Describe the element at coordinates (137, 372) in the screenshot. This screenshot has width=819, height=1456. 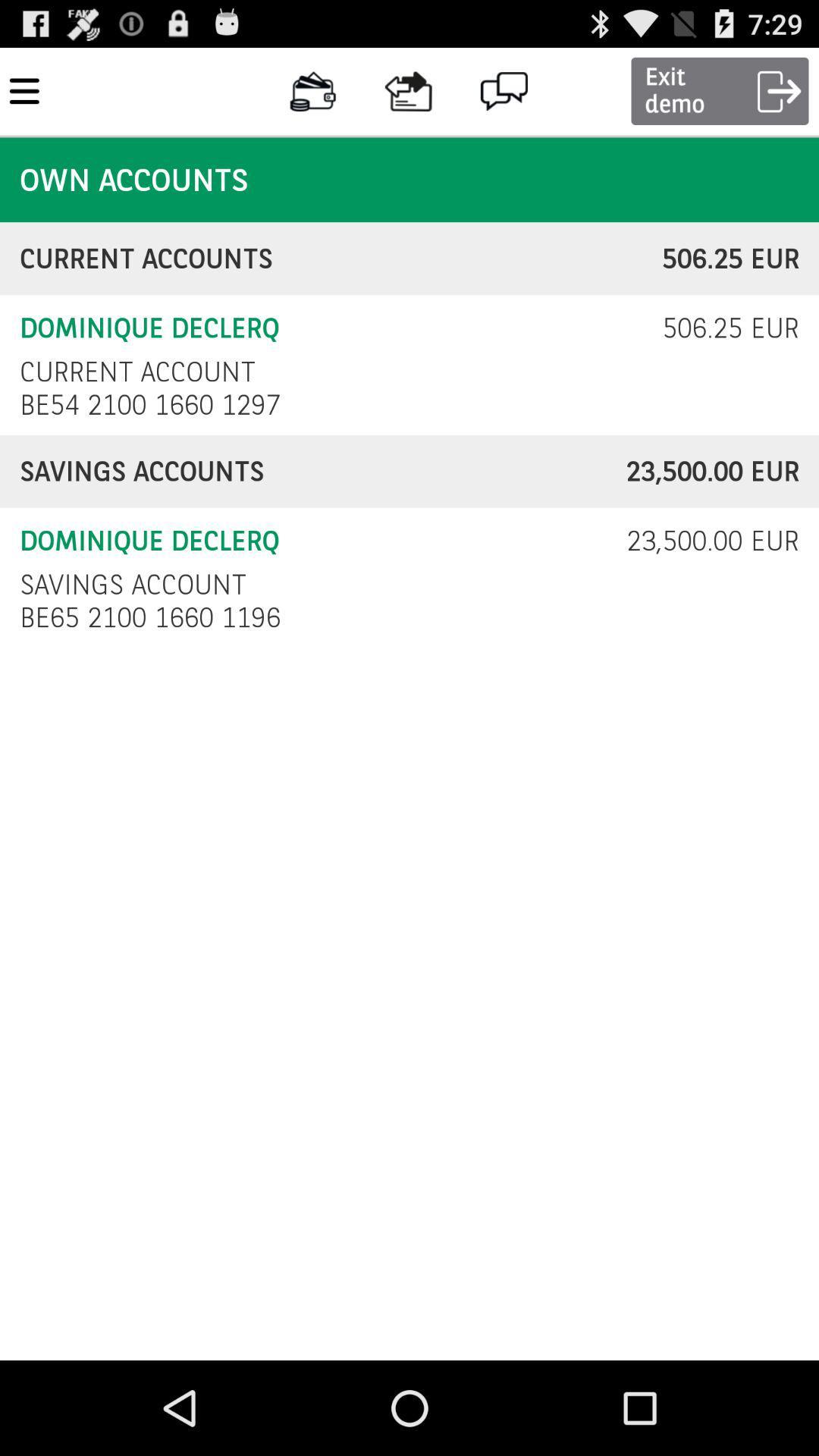
I see `current account` at that location.